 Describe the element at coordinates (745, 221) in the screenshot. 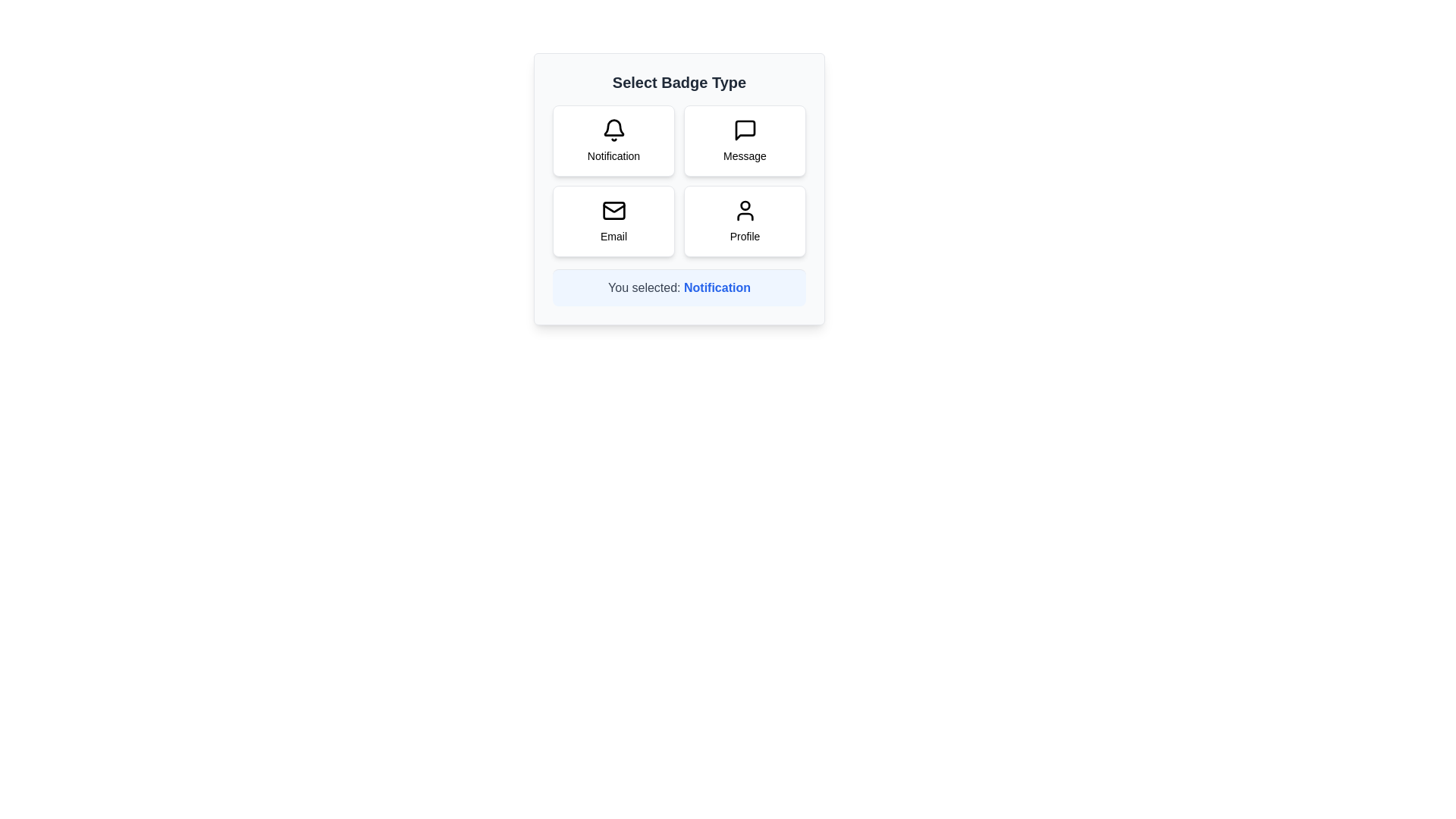

I see `the badge button labeled Profile to select it` at that location.